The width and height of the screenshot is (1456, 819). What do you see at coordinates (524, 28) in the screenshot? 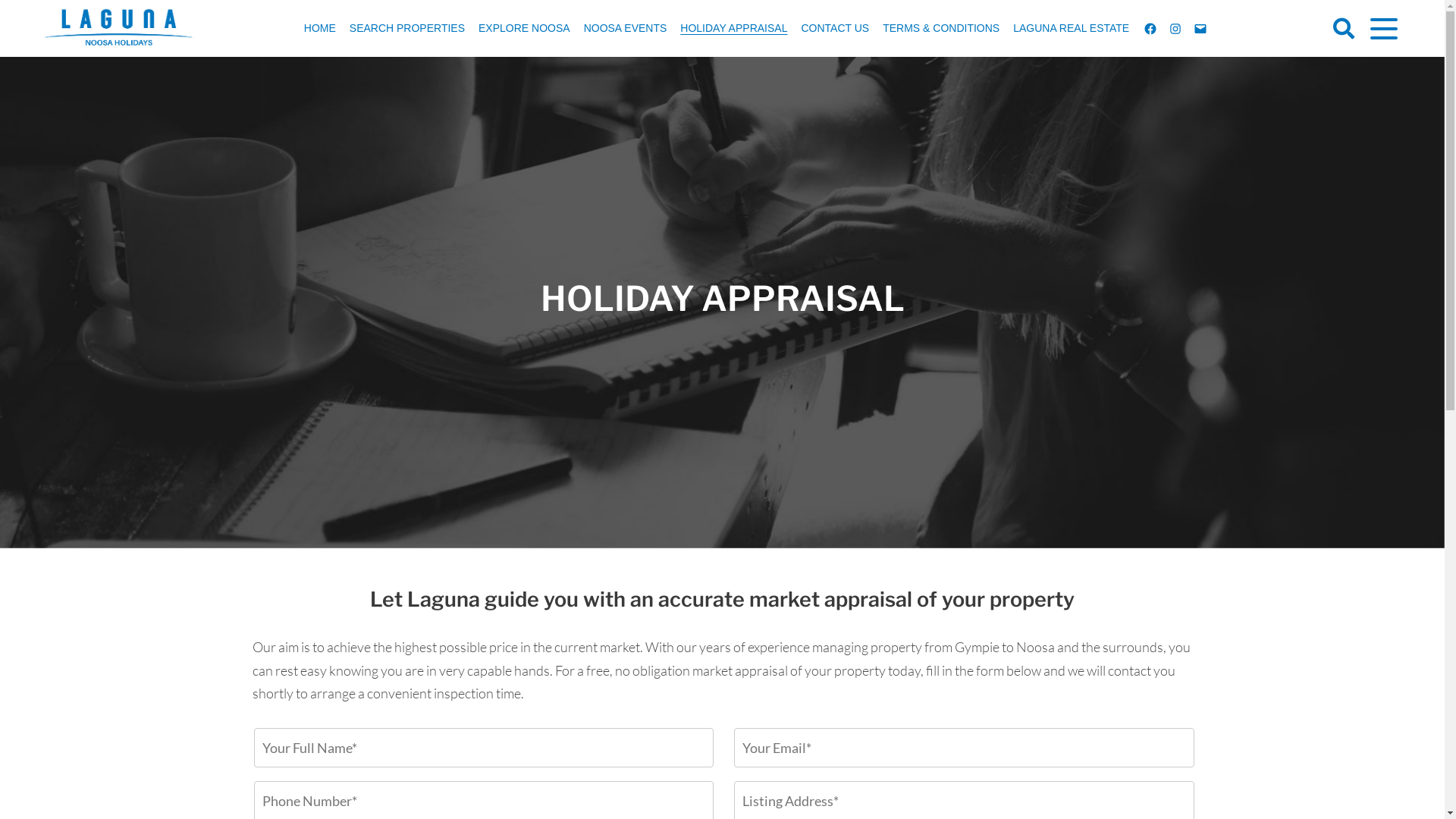
I see `'EXPLORE NOOSA'` at bounding box center [524, 28].